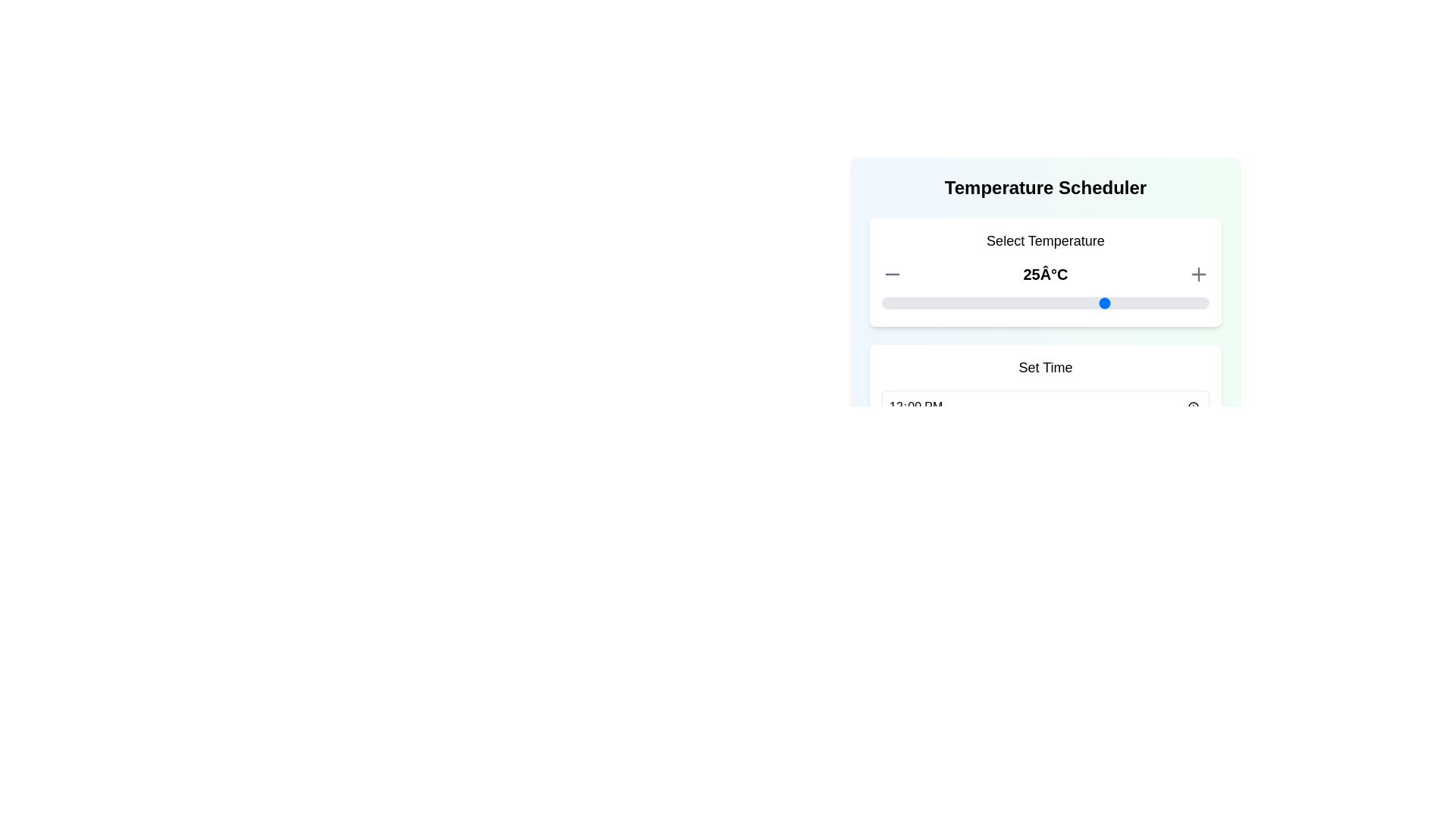 This screenshot has height=819, width=1456. Describe the element at coordinates (930, 303) in the screenshot. I see `the temperature slider` at that location.